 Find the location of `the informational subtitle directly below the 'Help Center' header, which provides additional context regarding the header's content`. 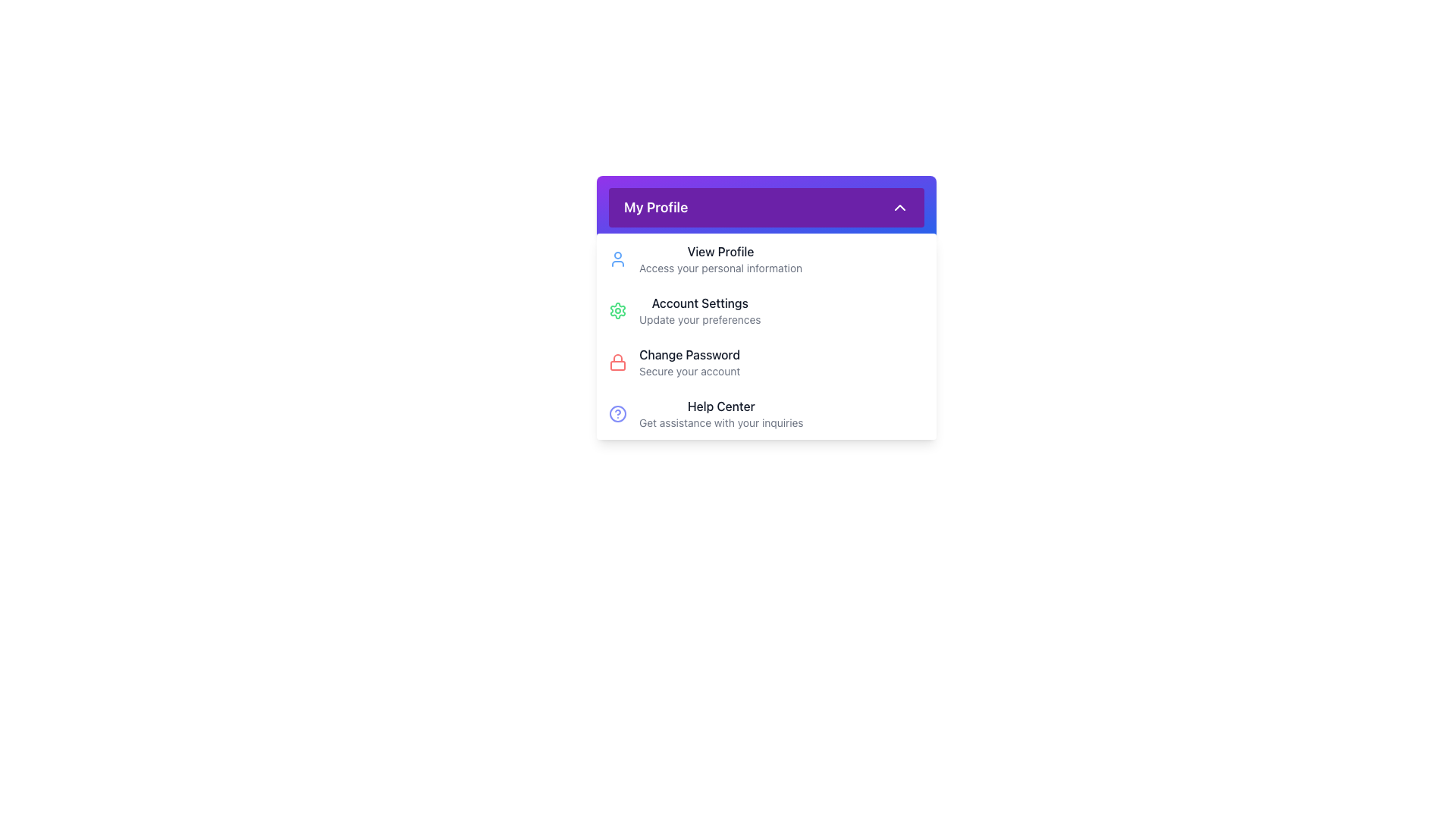

the informational subtitle directly below the 'Help Center' header, which provides additional context regarding the header's content is located at coordinates (720, 423).